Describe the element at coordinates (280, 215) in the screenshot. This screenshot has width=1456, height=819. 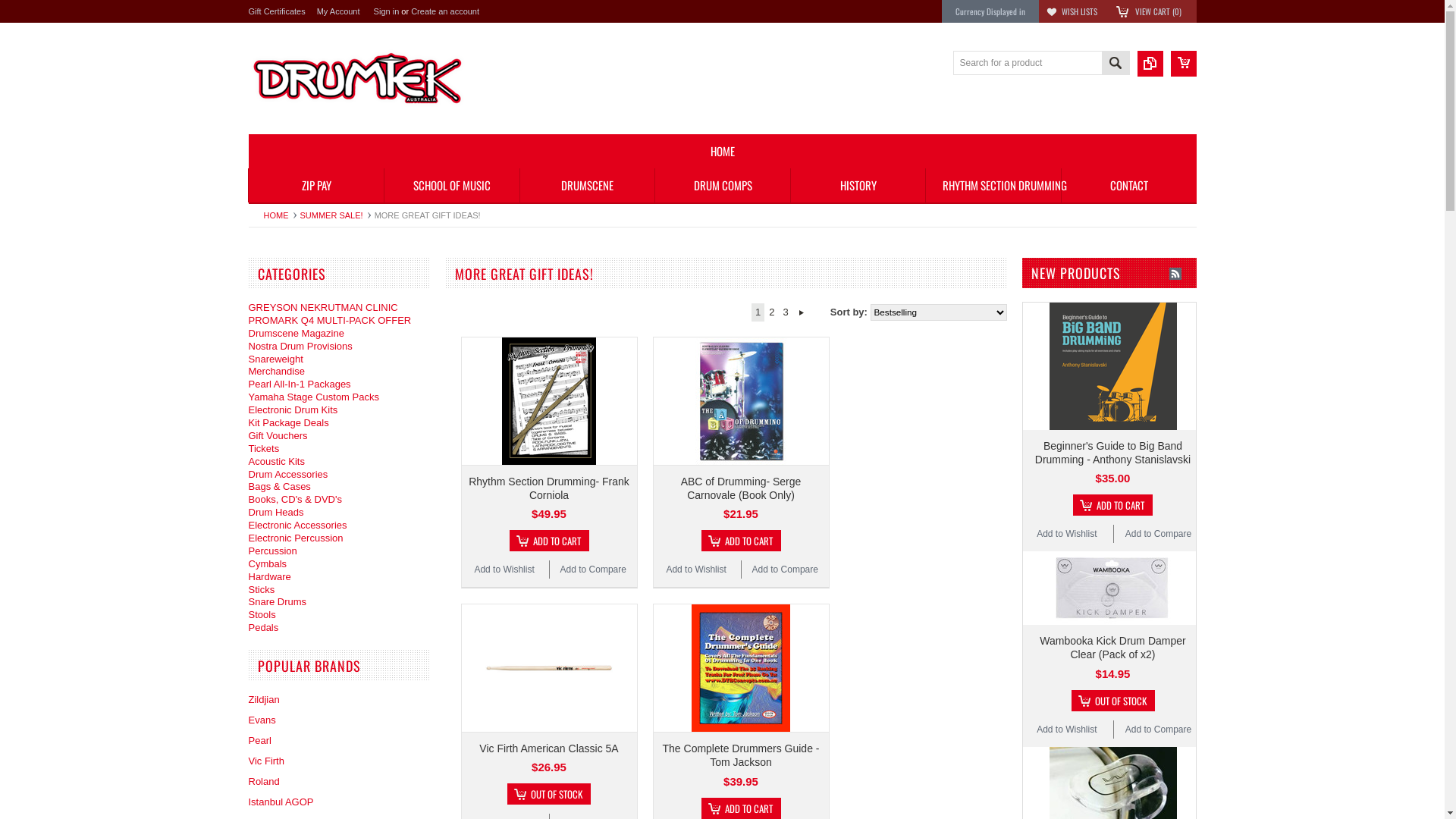
I see `'HOME'` at that location.